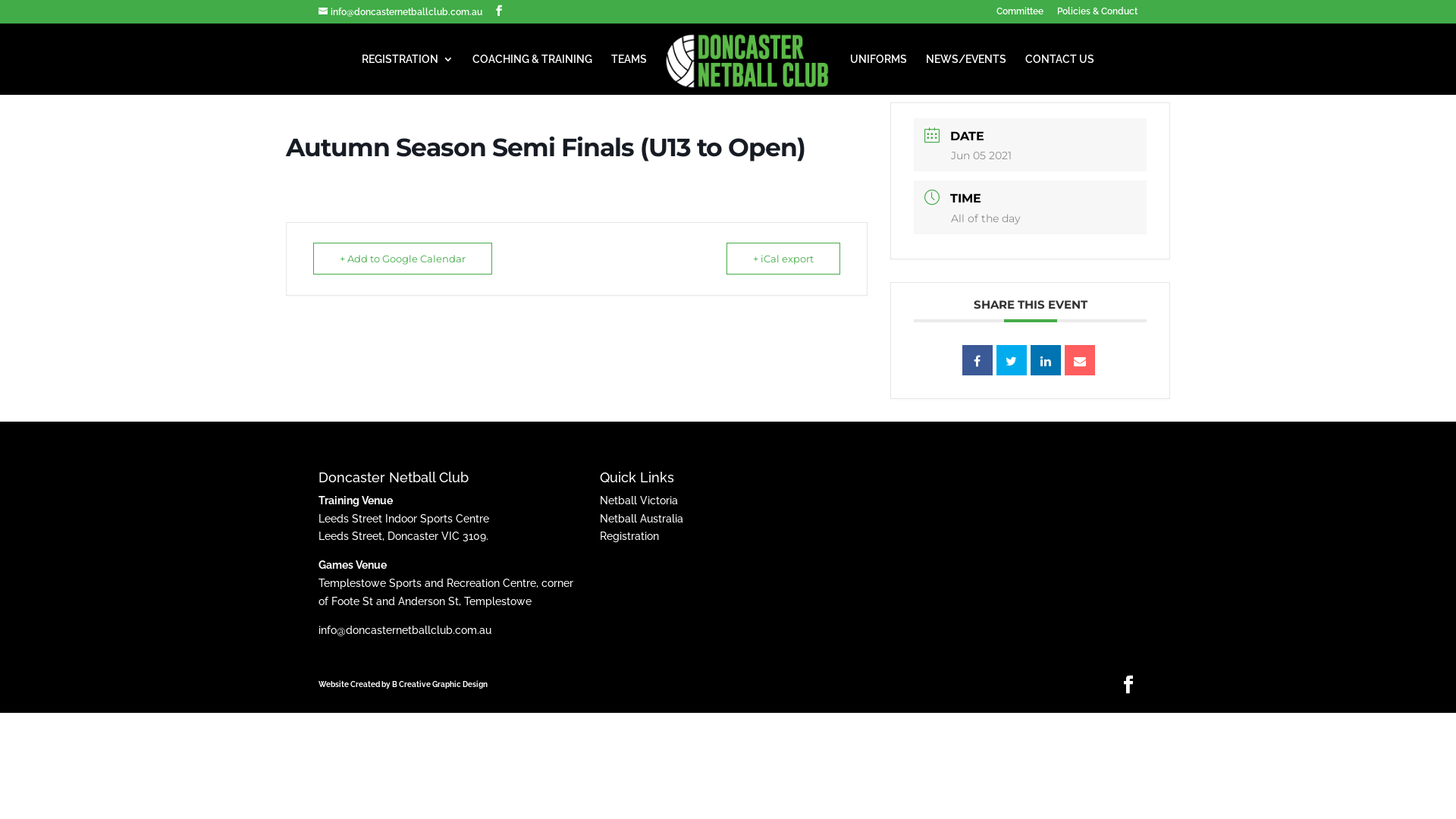 This screenshot has height=819, width=1456. Describe the element at coordinates (1079, 359) in the screenshot. I see `'Email'` at that location.